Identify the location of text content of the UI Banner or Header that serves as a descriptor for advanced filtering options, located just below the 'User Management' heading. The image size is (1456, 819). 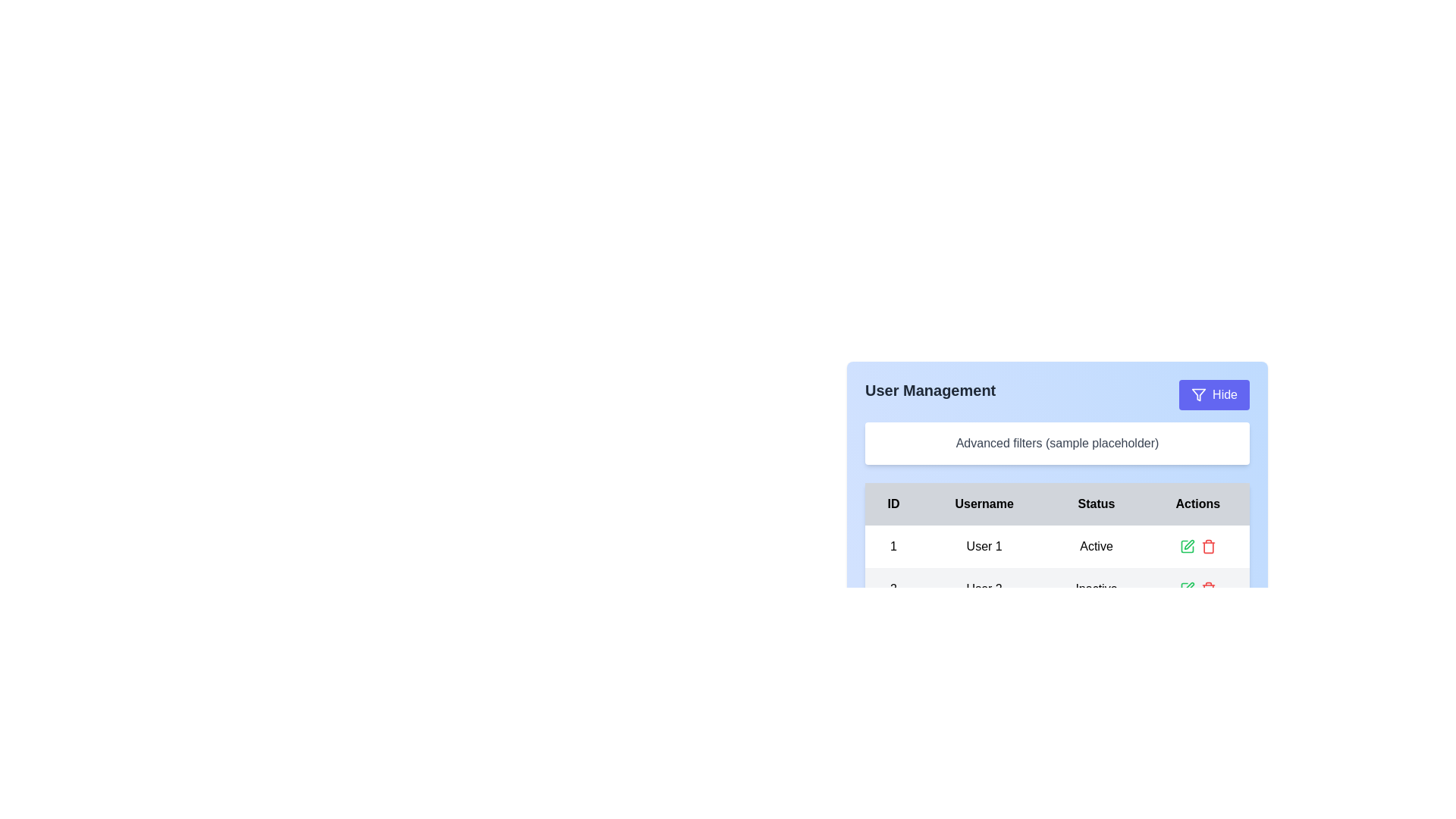
(1056, 464).